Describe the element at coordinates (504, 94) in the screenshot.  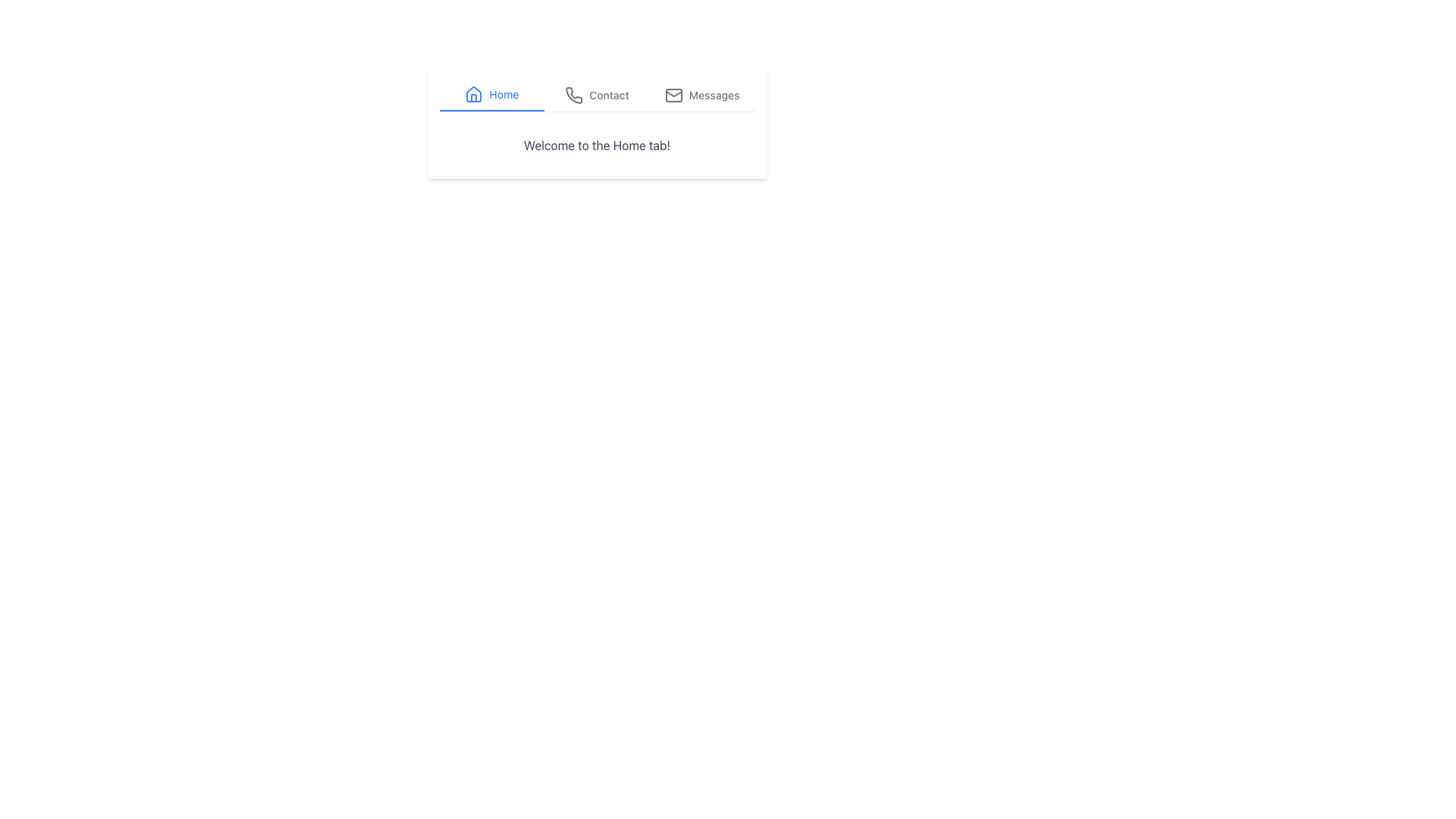
I see `the 'Home' text label in the navigation bar` at that location.